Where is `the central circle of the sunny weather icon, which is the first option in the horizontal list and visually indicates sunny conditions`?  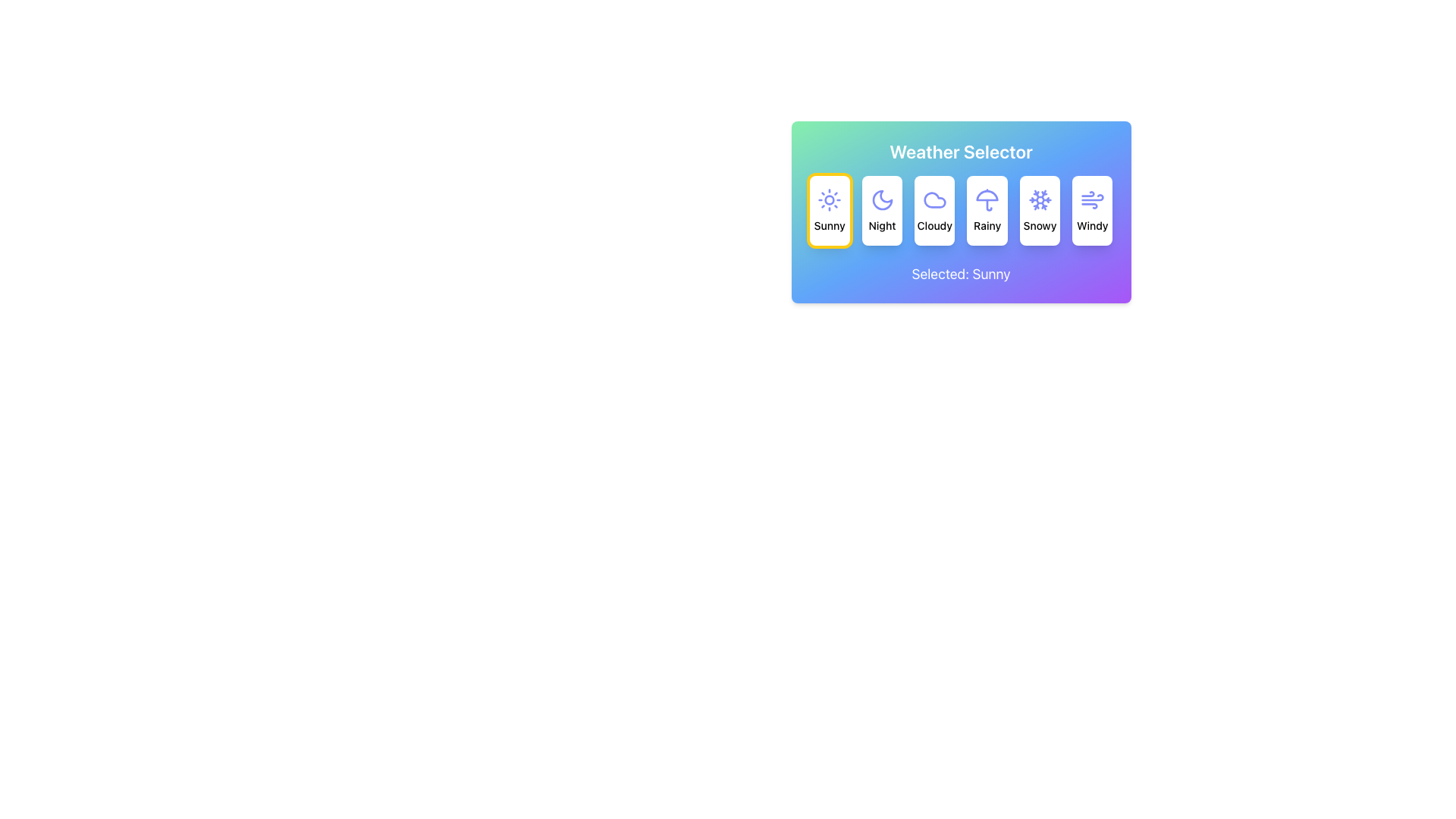
the central circle of the sunny weather icon, which is the first option in the horizontal list and visually indicates sunny conditions is located at coordinates (829, 199).